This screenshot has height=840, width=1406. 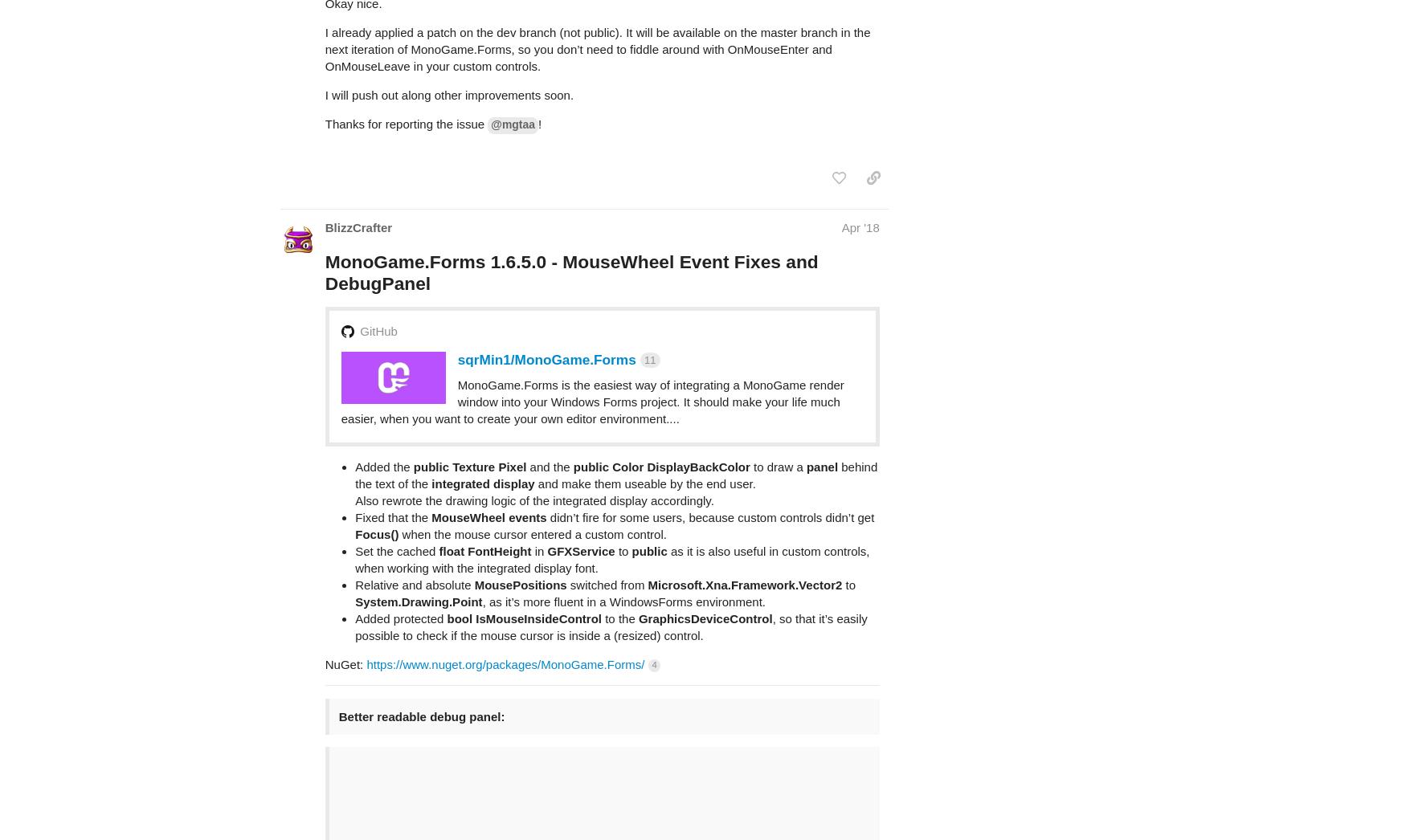 What do you see at coordinates (405, 61) in the screenshot?
I see `'Thanks for reporting the issue'` at bounding box center [405, 61].